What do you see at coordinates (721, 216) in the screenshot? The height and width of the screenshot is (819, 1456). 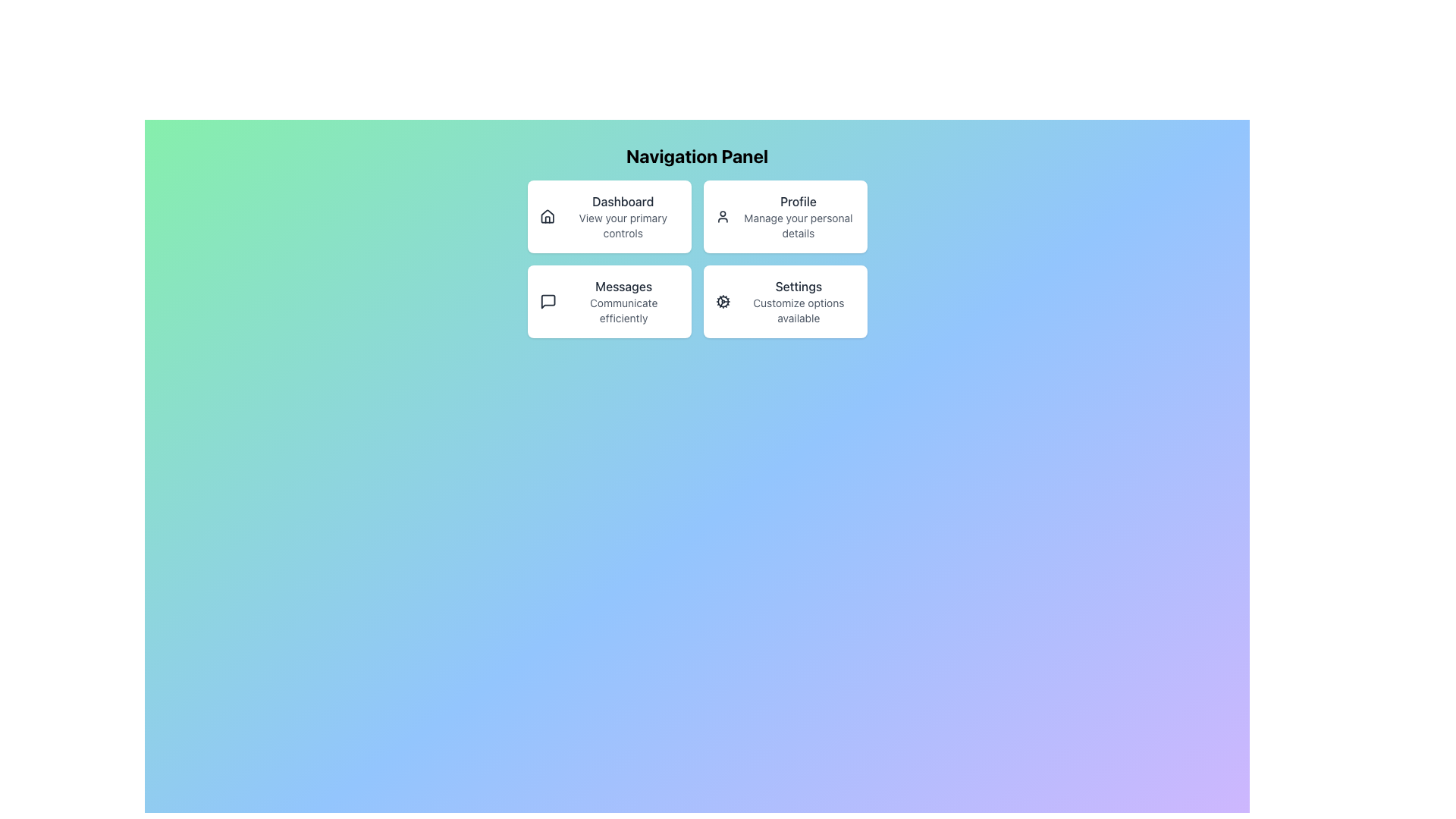 I see `the 'Profile' icon located in the top-right section of the interface, directly above the text 'Profile' and 'Manage your personal details.'` at bounding box center [721, 216].